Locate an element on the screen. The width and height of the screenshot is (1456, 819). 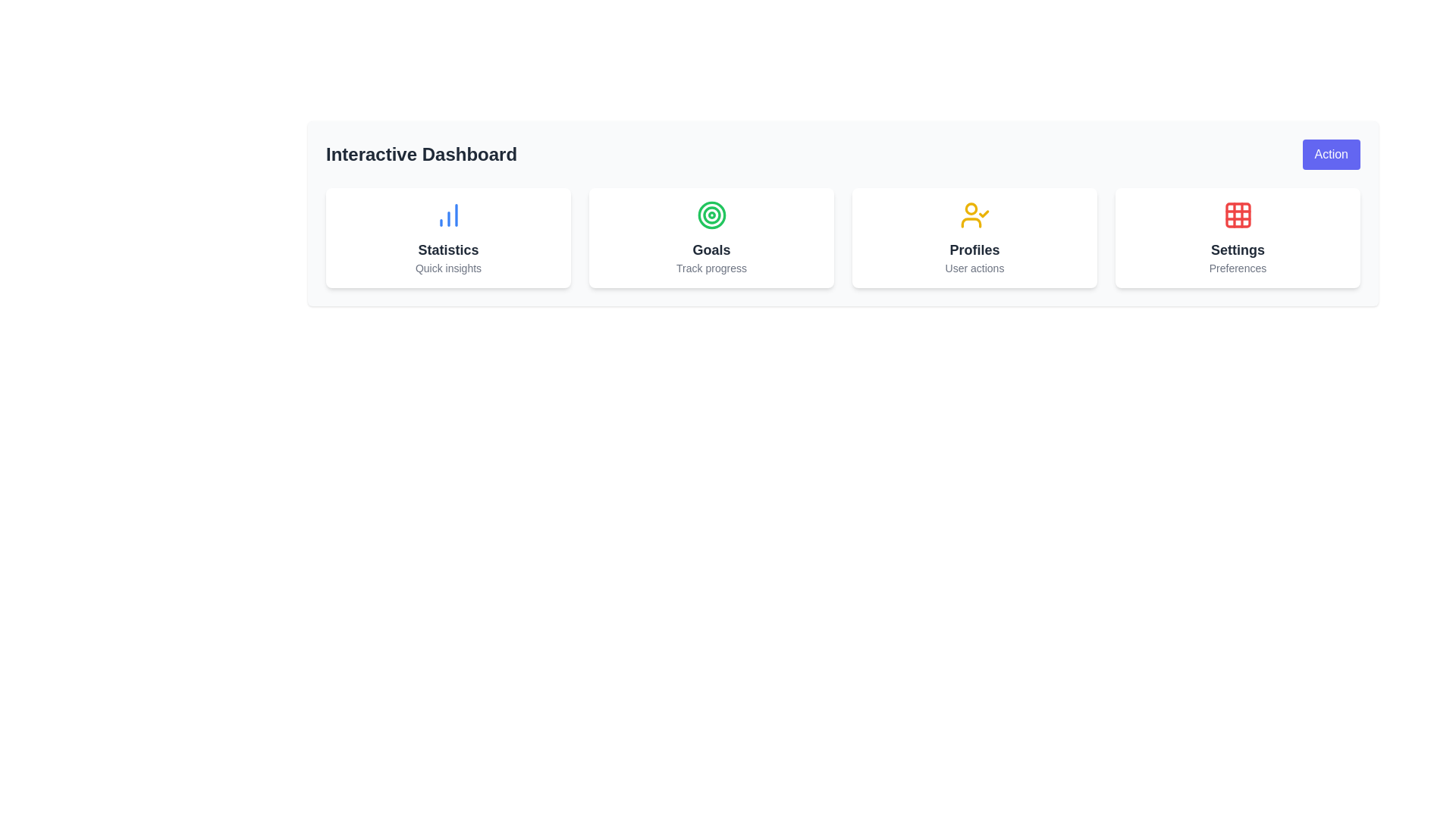
the user profile icon, which features a circular head and a checkmark symbol styled in yellow with a defined outline, located above the text 'Profiles' and 'User actions' within the Profiles card is located at coordinates (974, 215).